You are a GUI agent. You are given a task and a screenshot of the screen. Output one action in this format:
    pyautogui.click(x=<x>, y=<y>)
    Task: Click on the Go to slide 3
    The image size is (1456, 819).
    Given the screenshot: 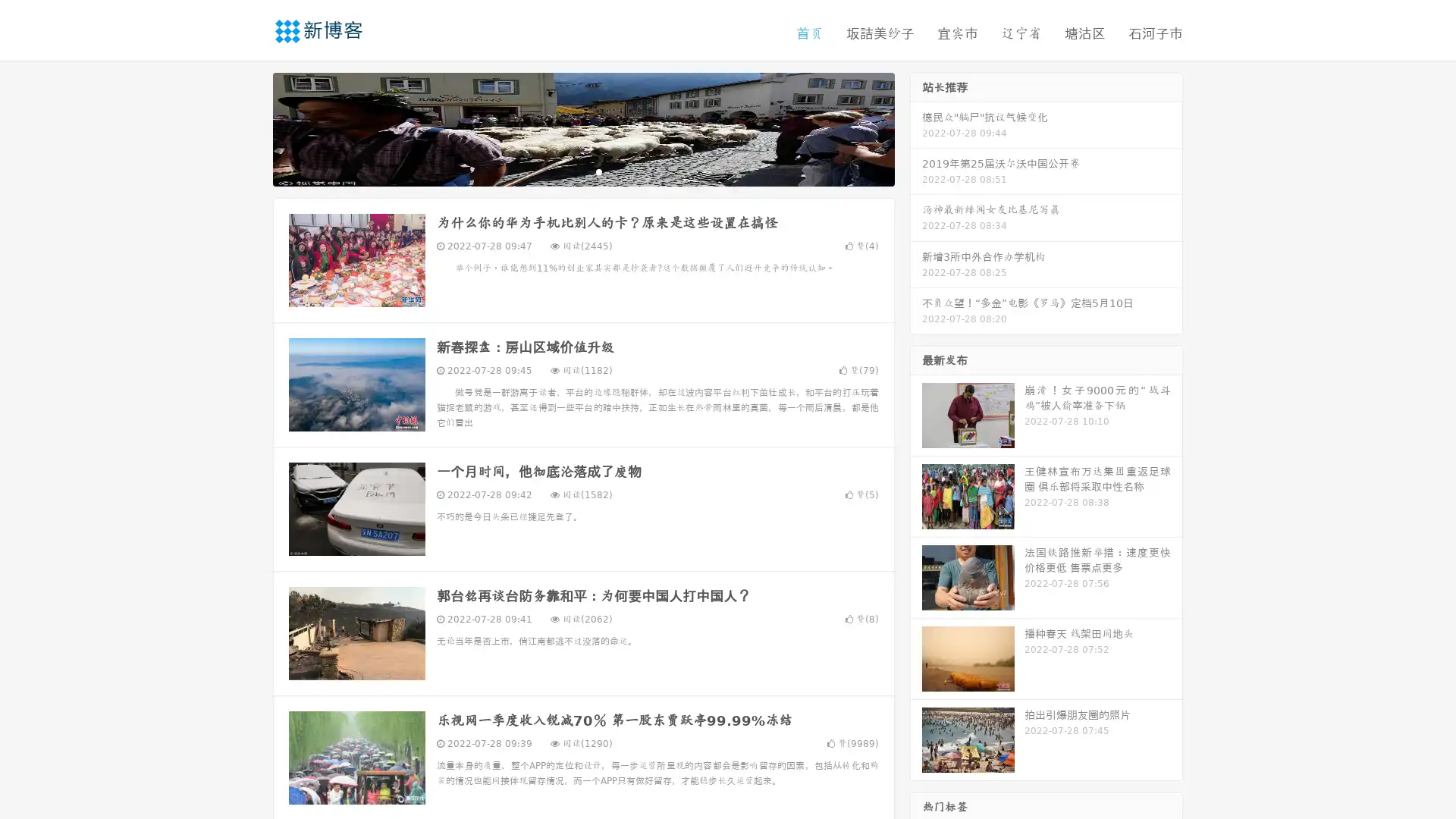 What is the action you would take?
    pyautogui.click(x=598, y=171)
    